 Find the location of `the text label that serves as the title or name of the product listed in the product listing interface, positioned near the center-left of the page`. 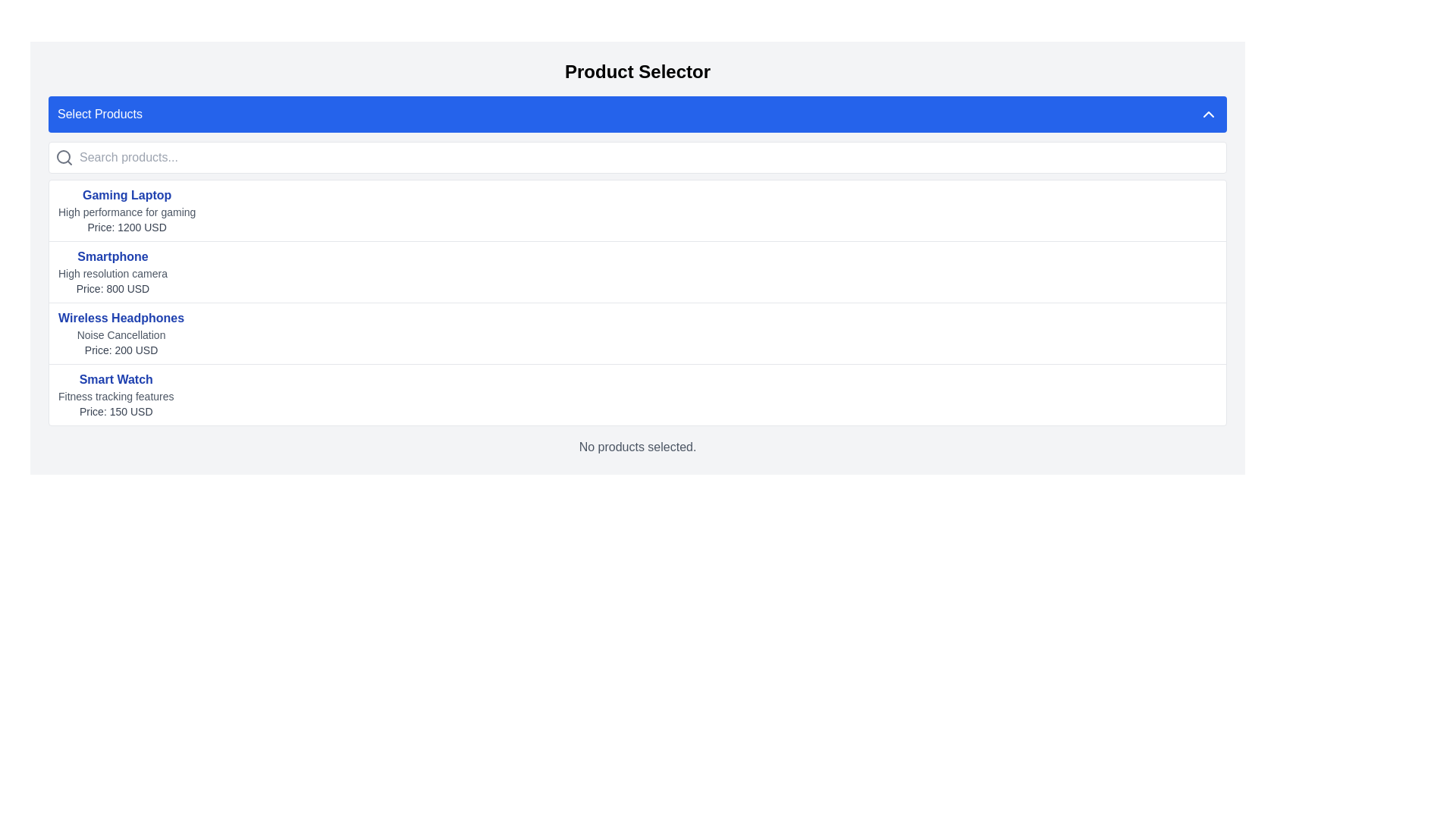

the text label that serves as the title or name of the product listed in the product listing interface, positioned near the center-left of the page is located at coordinates (115, 379).